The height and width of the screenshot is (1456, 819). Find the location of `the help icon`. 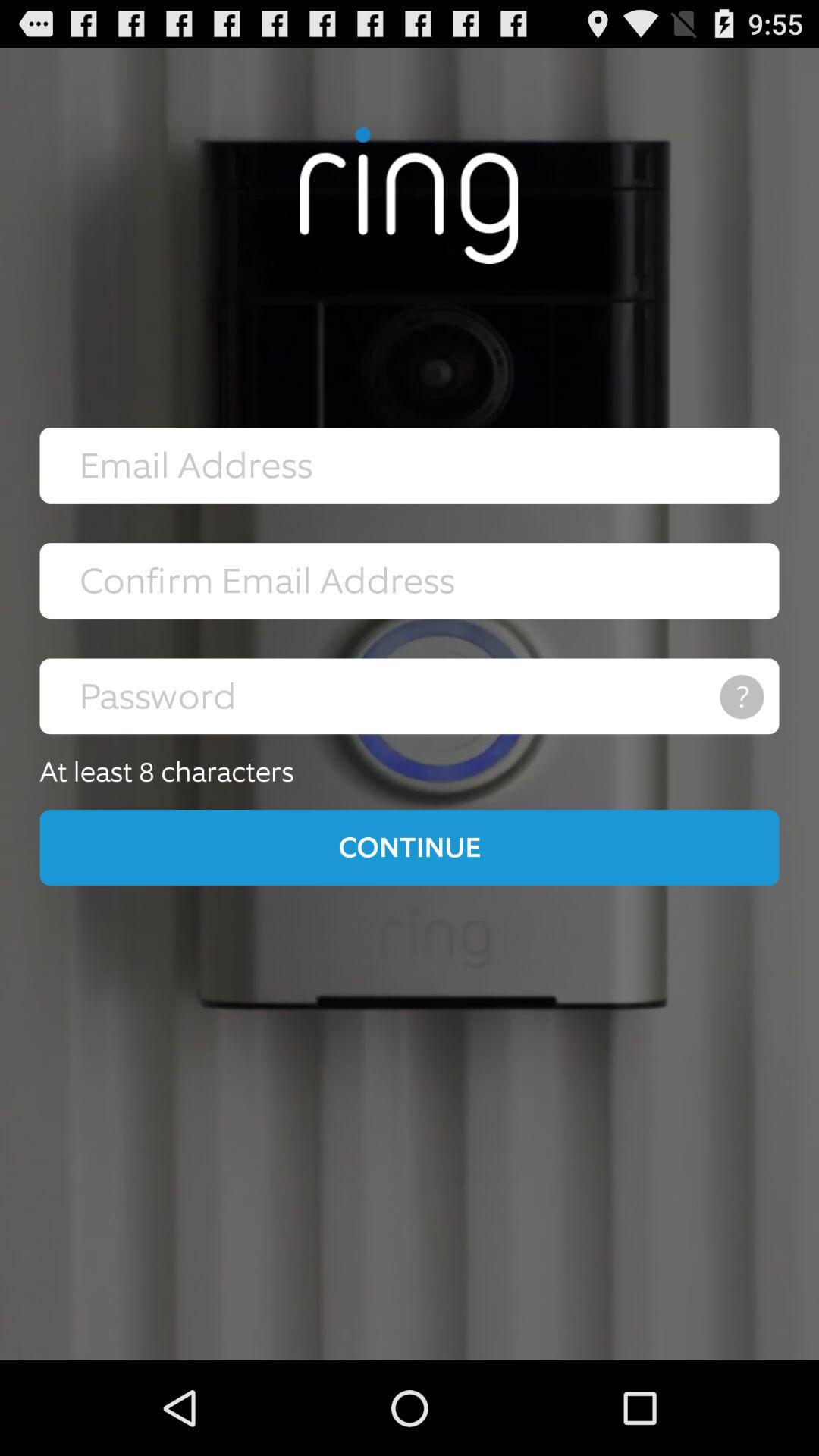

the help icon is located at coordinates (740, 745).